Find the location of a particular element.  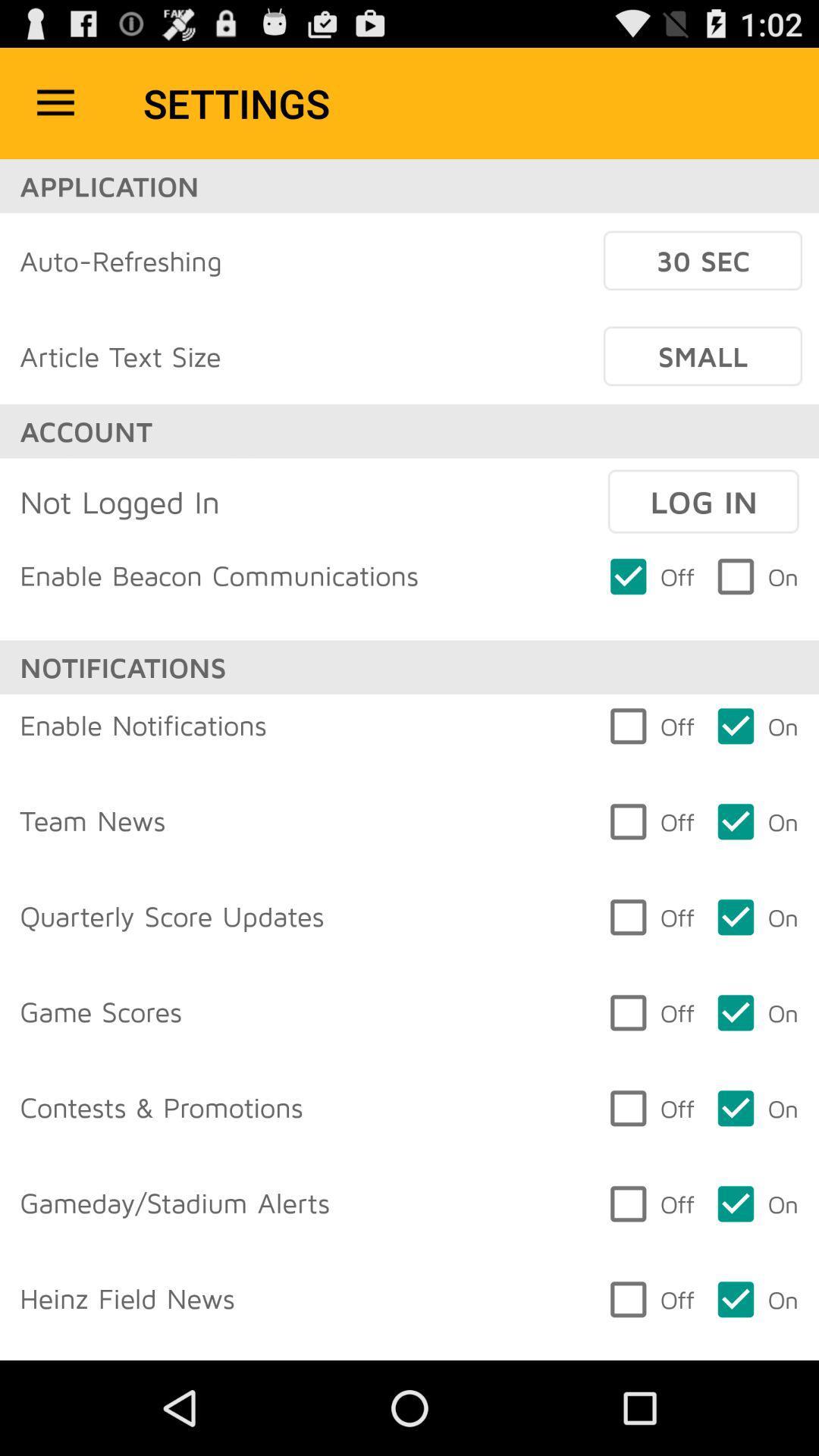

icon above the application is located at coordinates (55, 102).